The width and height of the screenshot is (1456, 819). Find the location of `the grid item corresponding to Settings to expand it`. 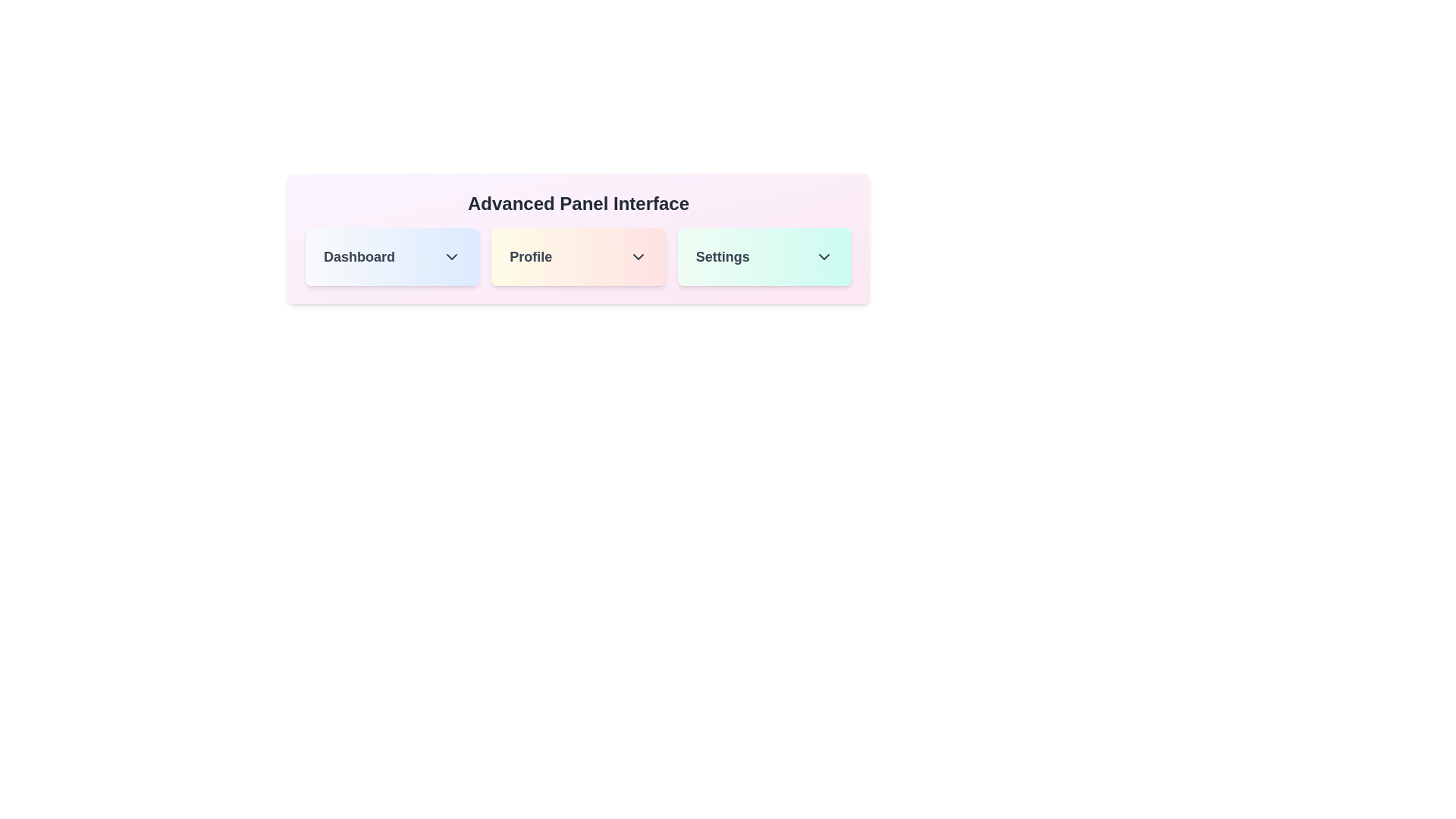

the grid item corresponding to Settings to expand it is located at coordinates (764, 256).